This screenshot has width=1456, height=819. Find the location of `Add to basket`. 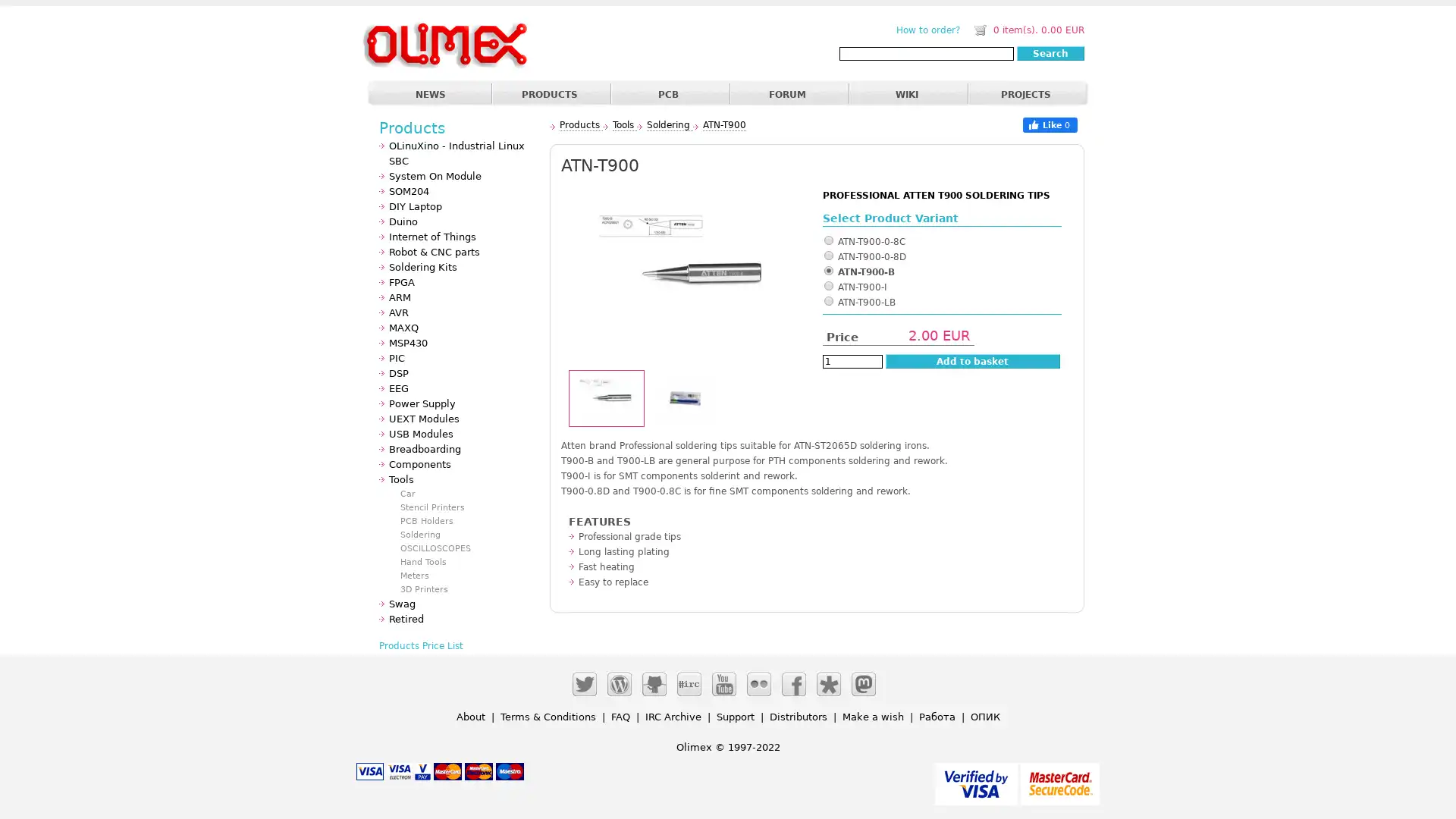

Add to basket is located at coordinates (971, 361).